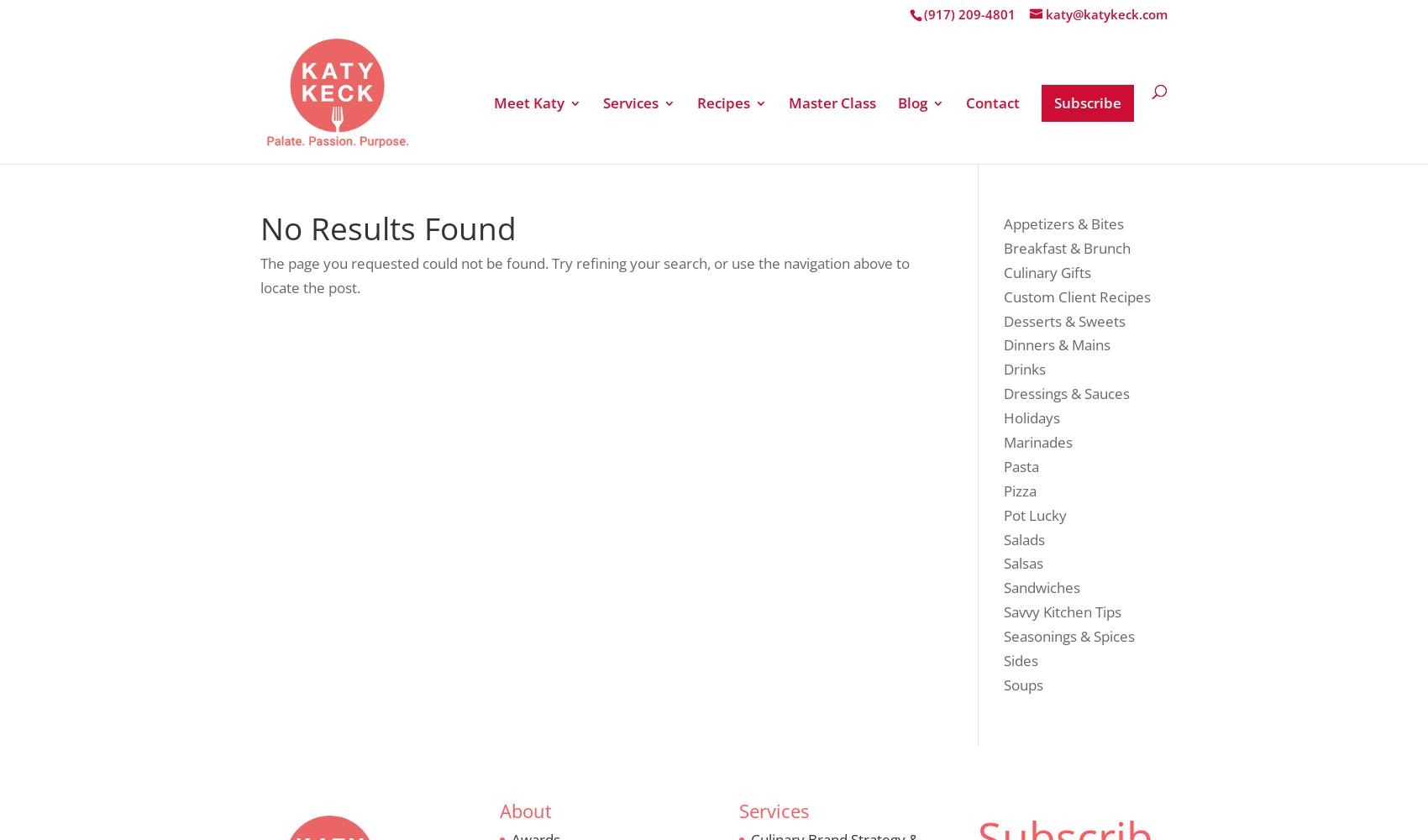 The height and width of the screenshot is (840, 1428). I want to click on 'Featured Chef', so click(576, 390).